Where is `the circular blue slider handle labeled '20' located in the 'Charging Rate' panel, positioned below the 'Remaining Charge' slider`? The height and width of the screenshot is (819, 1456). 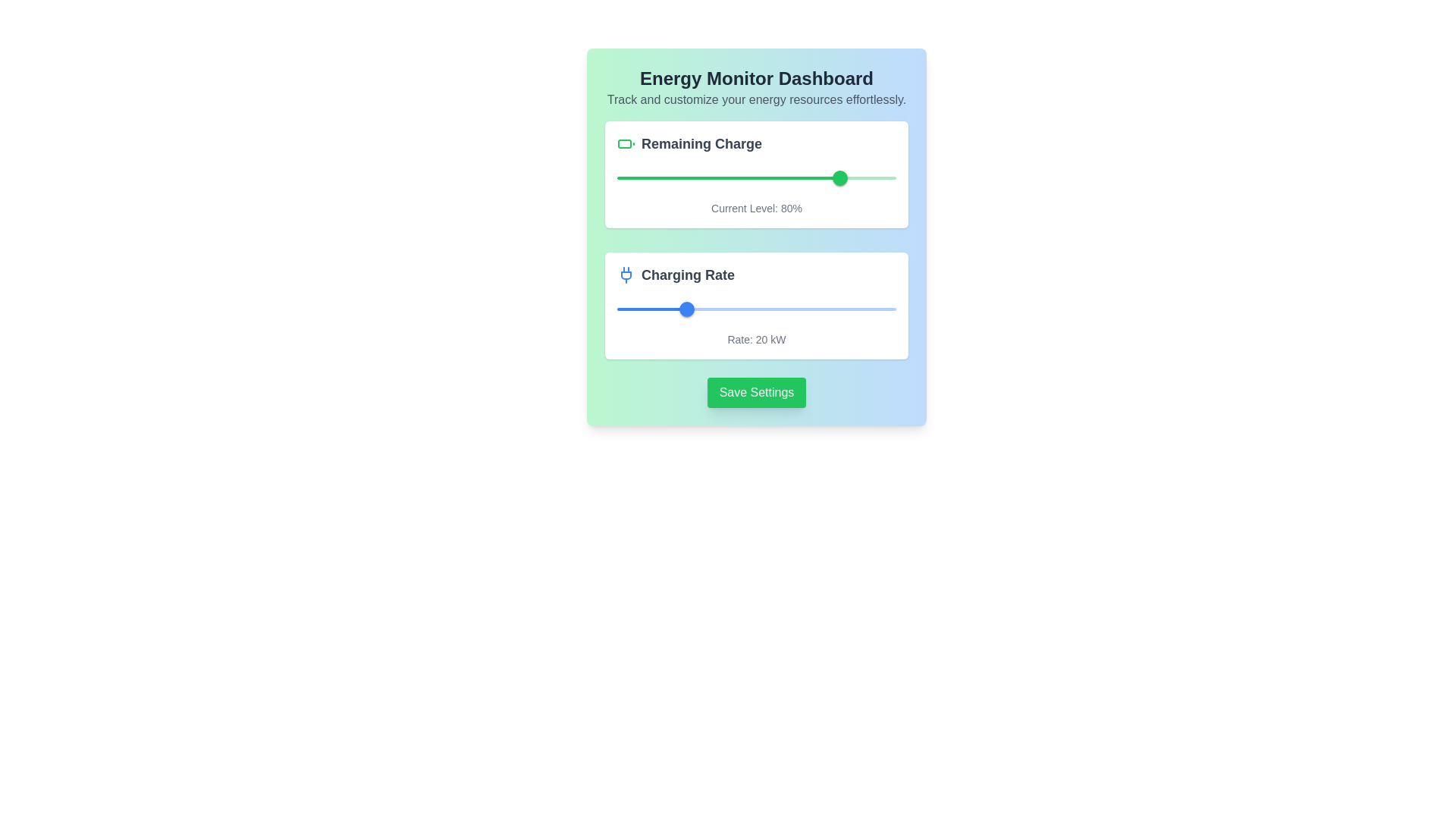
the circular blue slider handle labeled '20' located in the 'Charging Rate' panel, positioned below the 'Remaining Charge' slider is located at coordinates (686, 309).